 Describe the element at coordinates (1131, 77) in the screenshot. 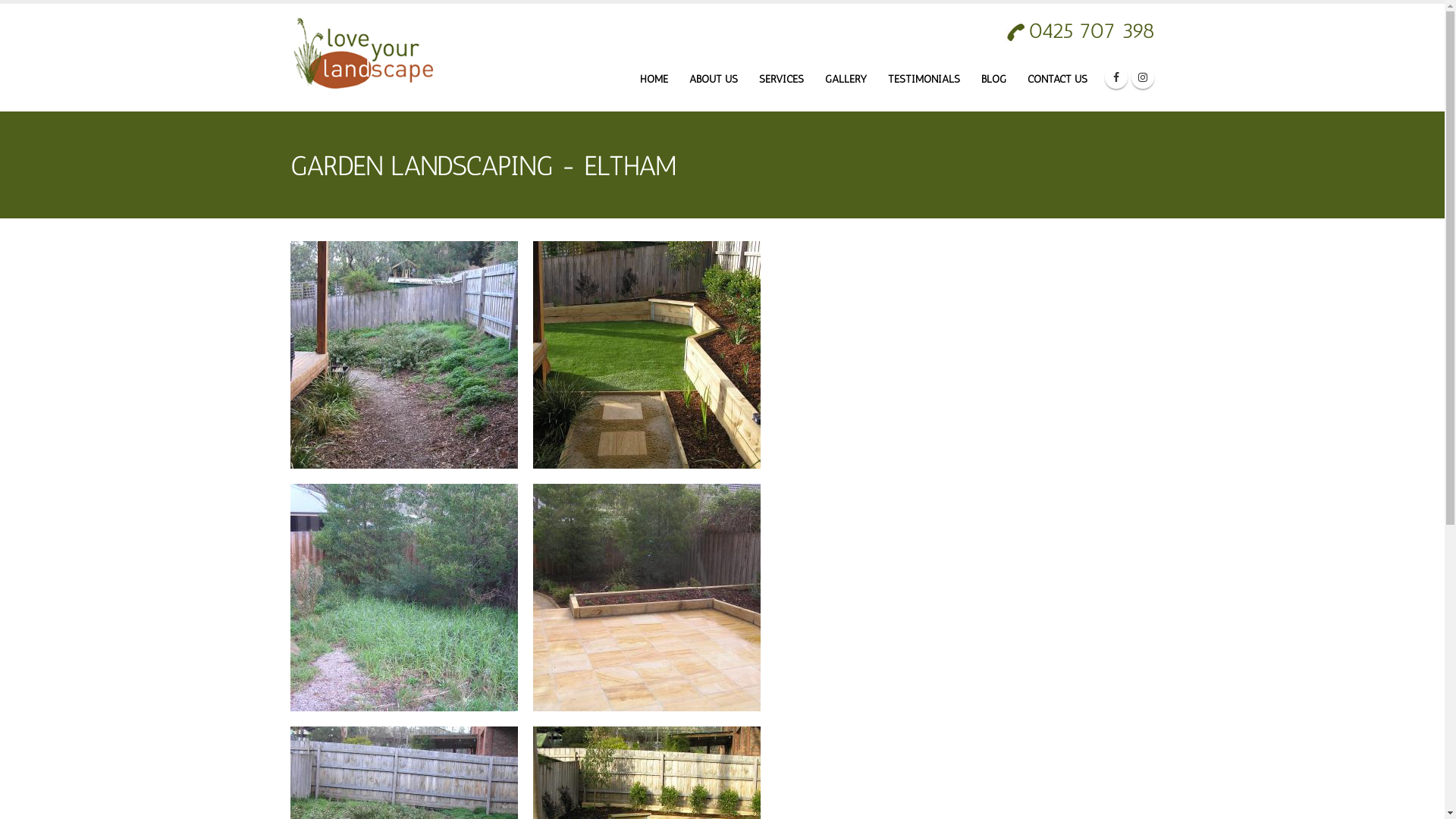

I see `'Instagram'` at that location.